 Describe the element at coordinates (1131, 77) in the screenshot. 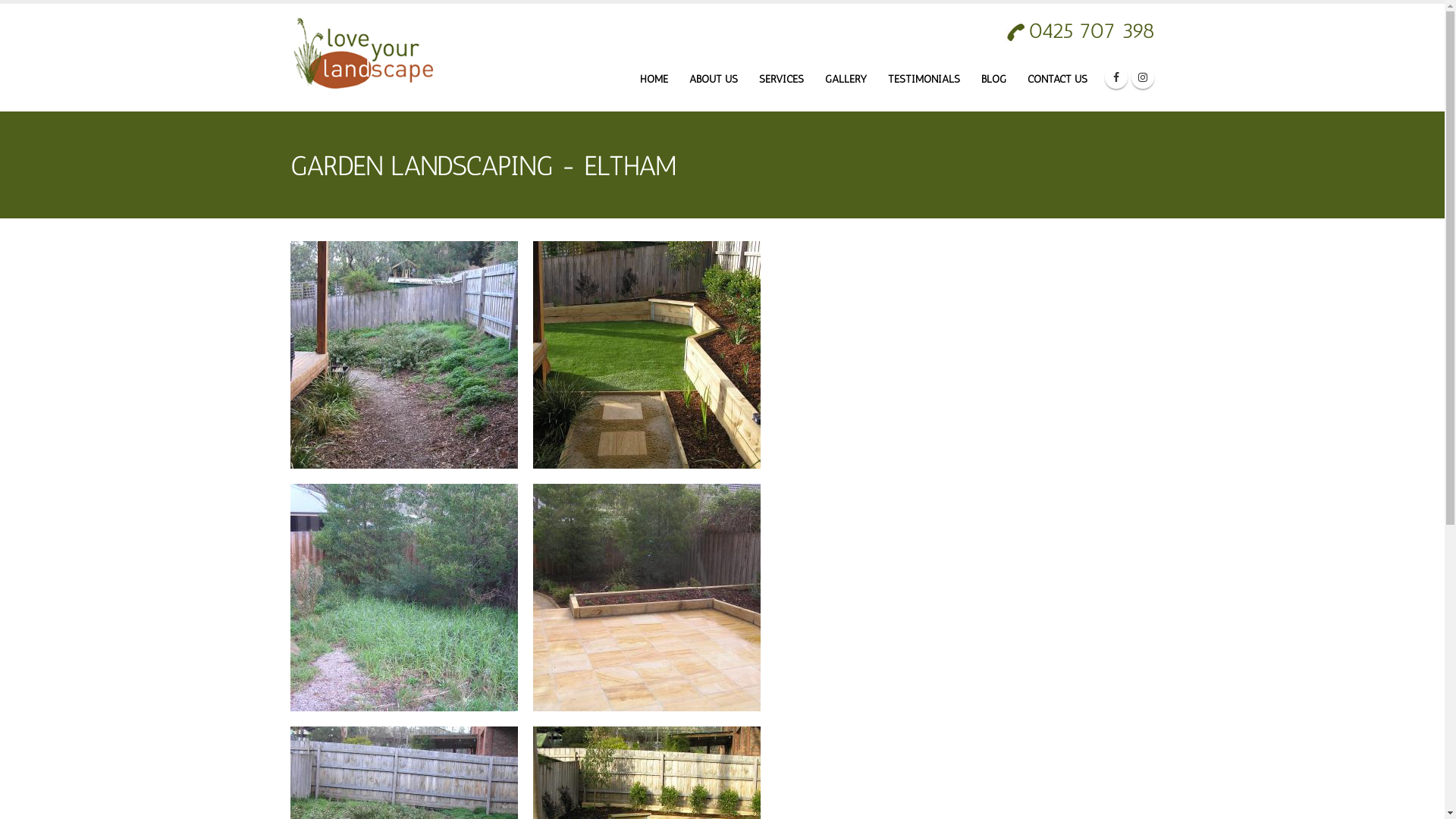

I see `'Instagram'` at that location.